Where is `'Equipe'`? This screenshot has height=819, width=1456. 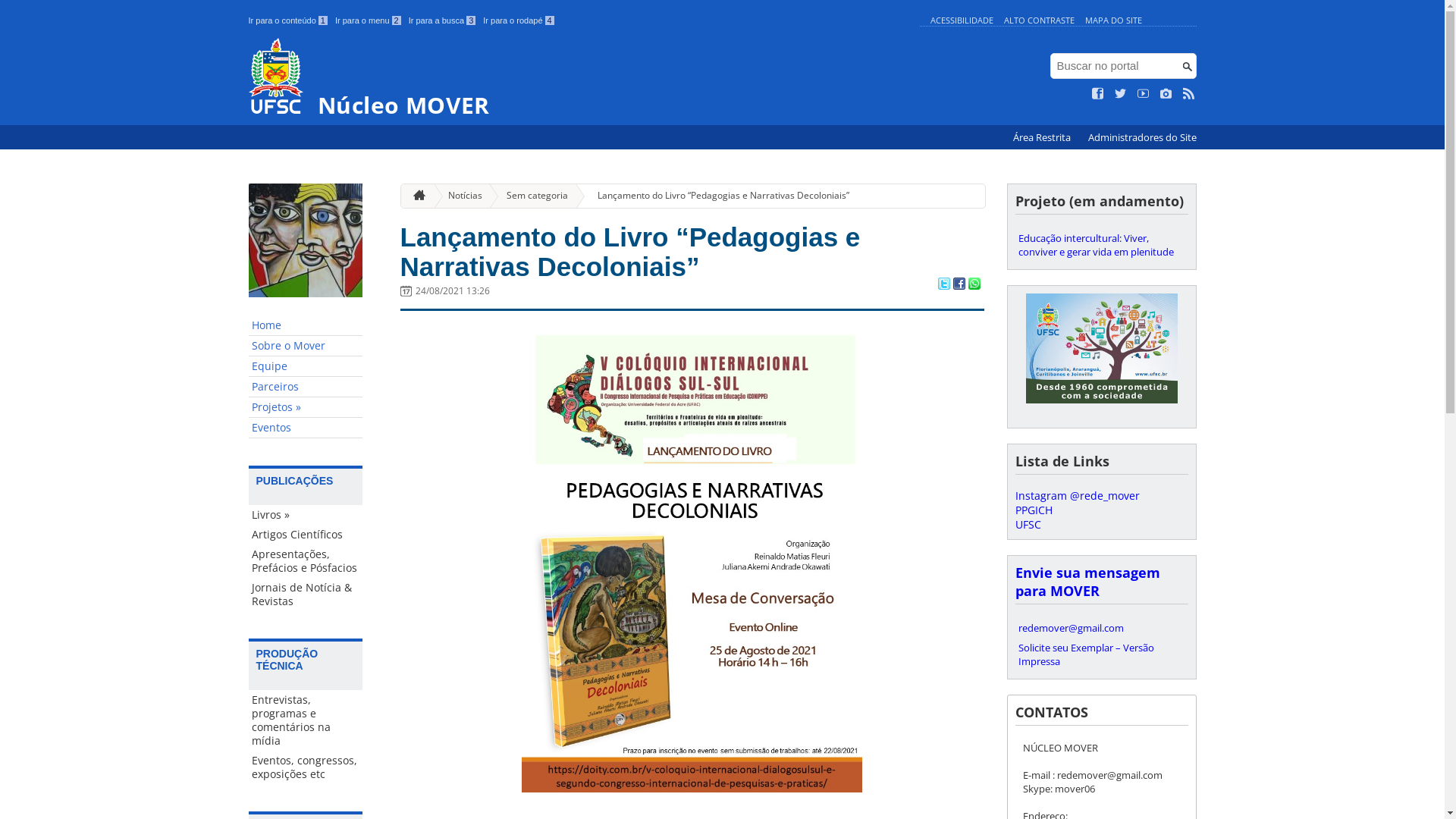 'Equipe' is located at coordinates (305, 366).